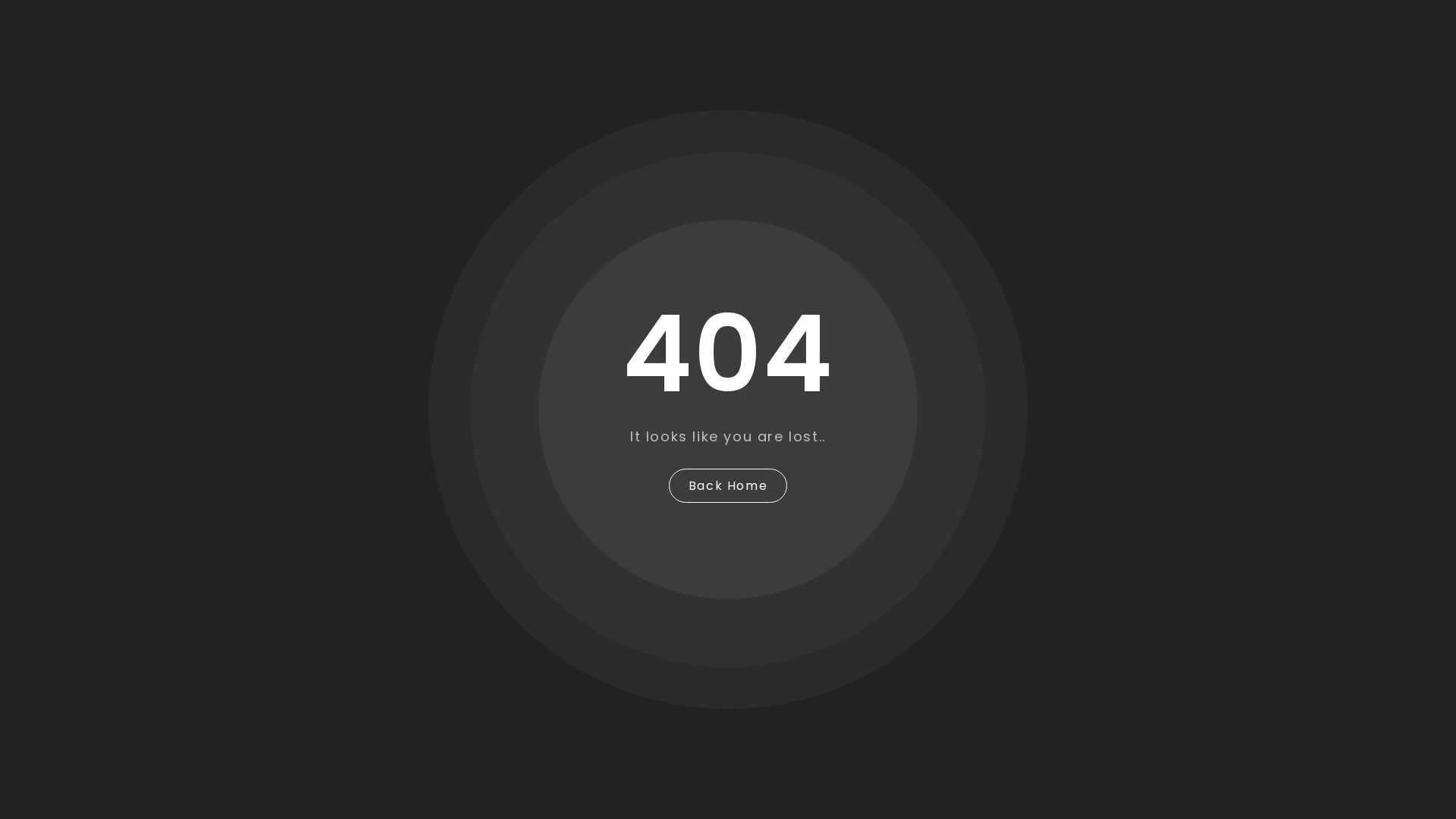 This screenshot has width=1456, height=819. Describe the element at coordinates (728, 485) in the screenshot. I see `'Back Home'` at that location.